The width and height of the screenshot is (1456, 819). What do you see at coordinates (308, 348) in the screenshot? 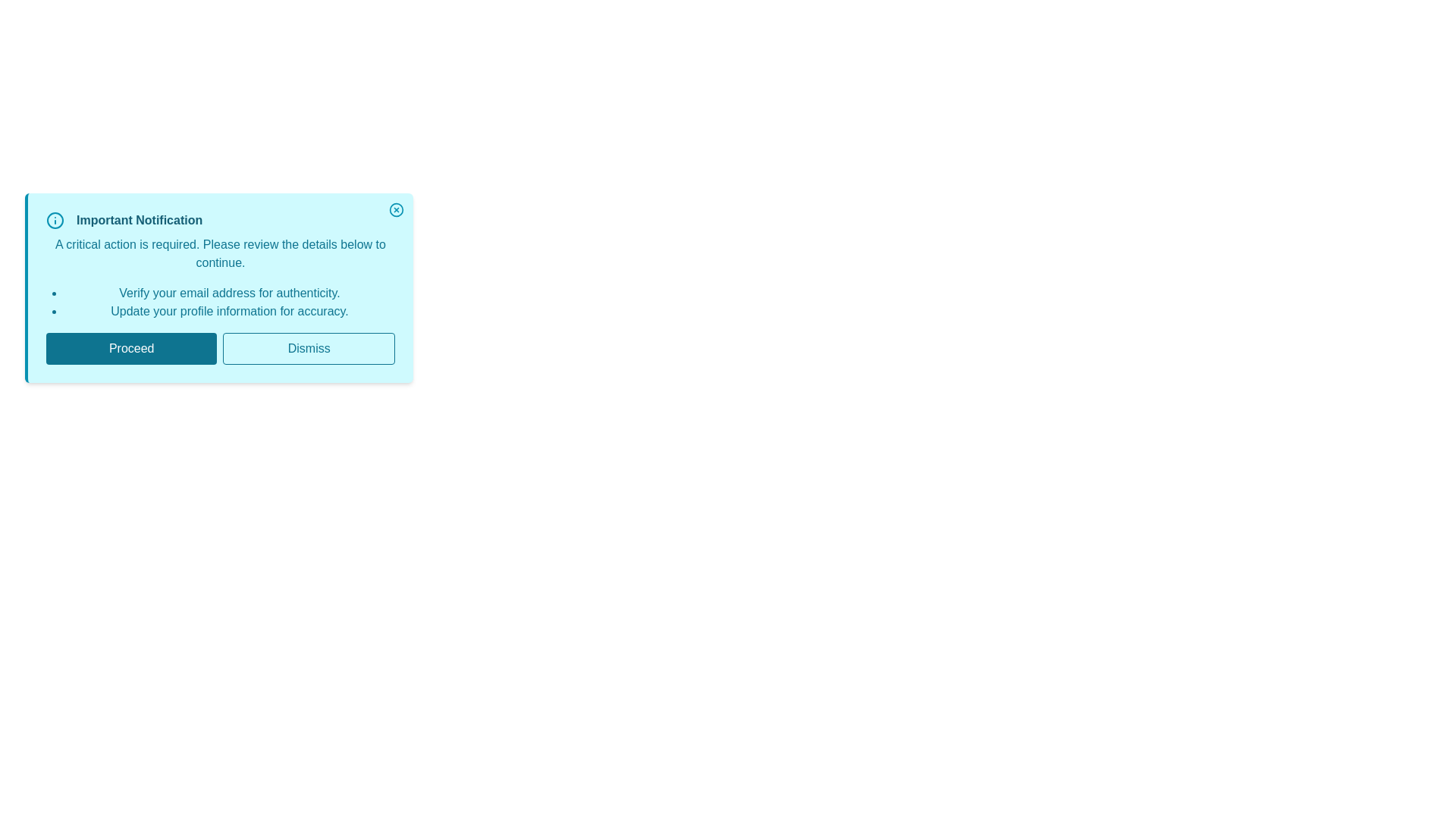
I see `the 'Dismiss' button to dismiss the notification` at bounding box center [308, 348].